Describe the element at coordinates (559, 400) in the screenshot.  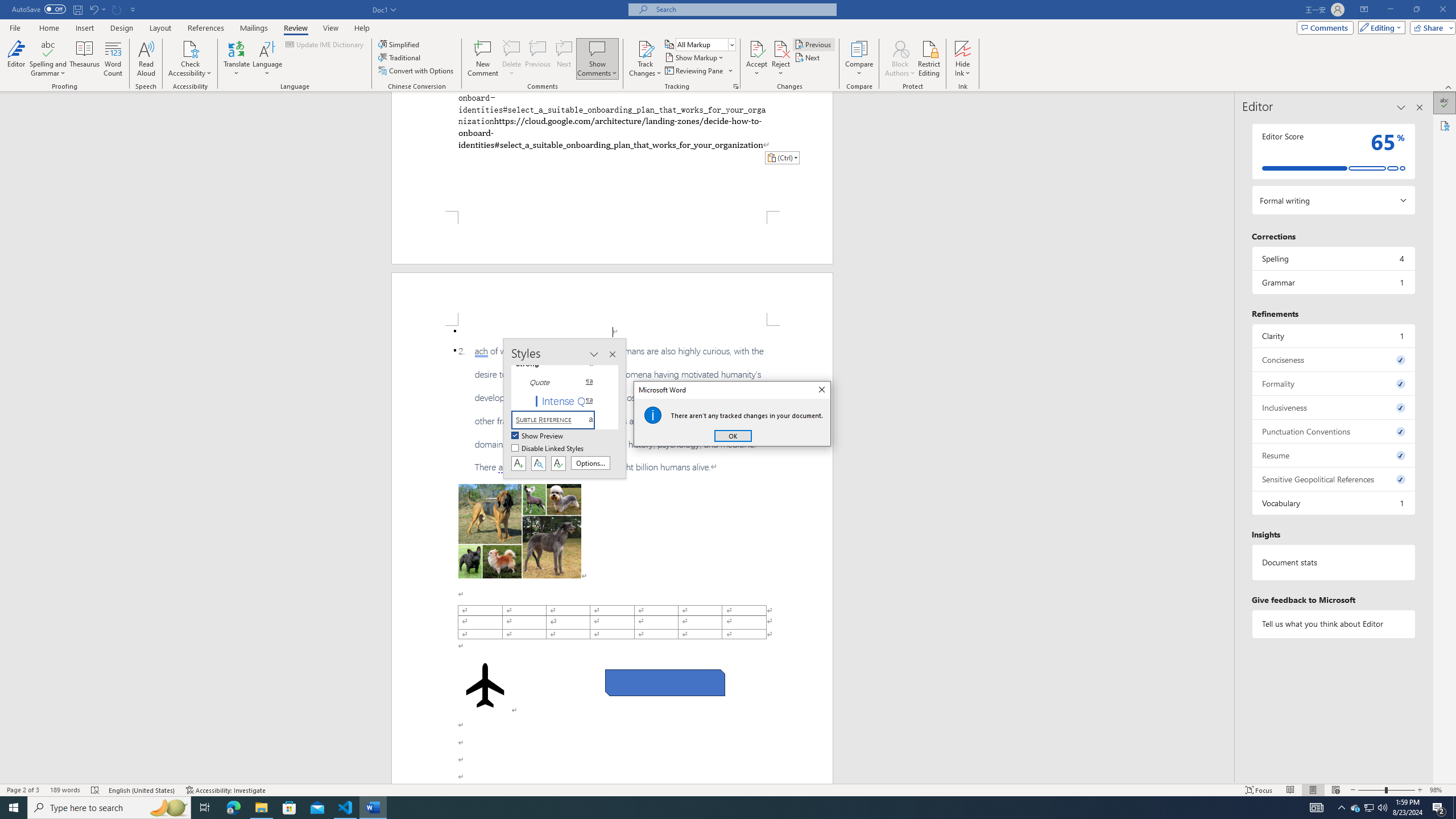
I see `'Intense Quote'` at that location.